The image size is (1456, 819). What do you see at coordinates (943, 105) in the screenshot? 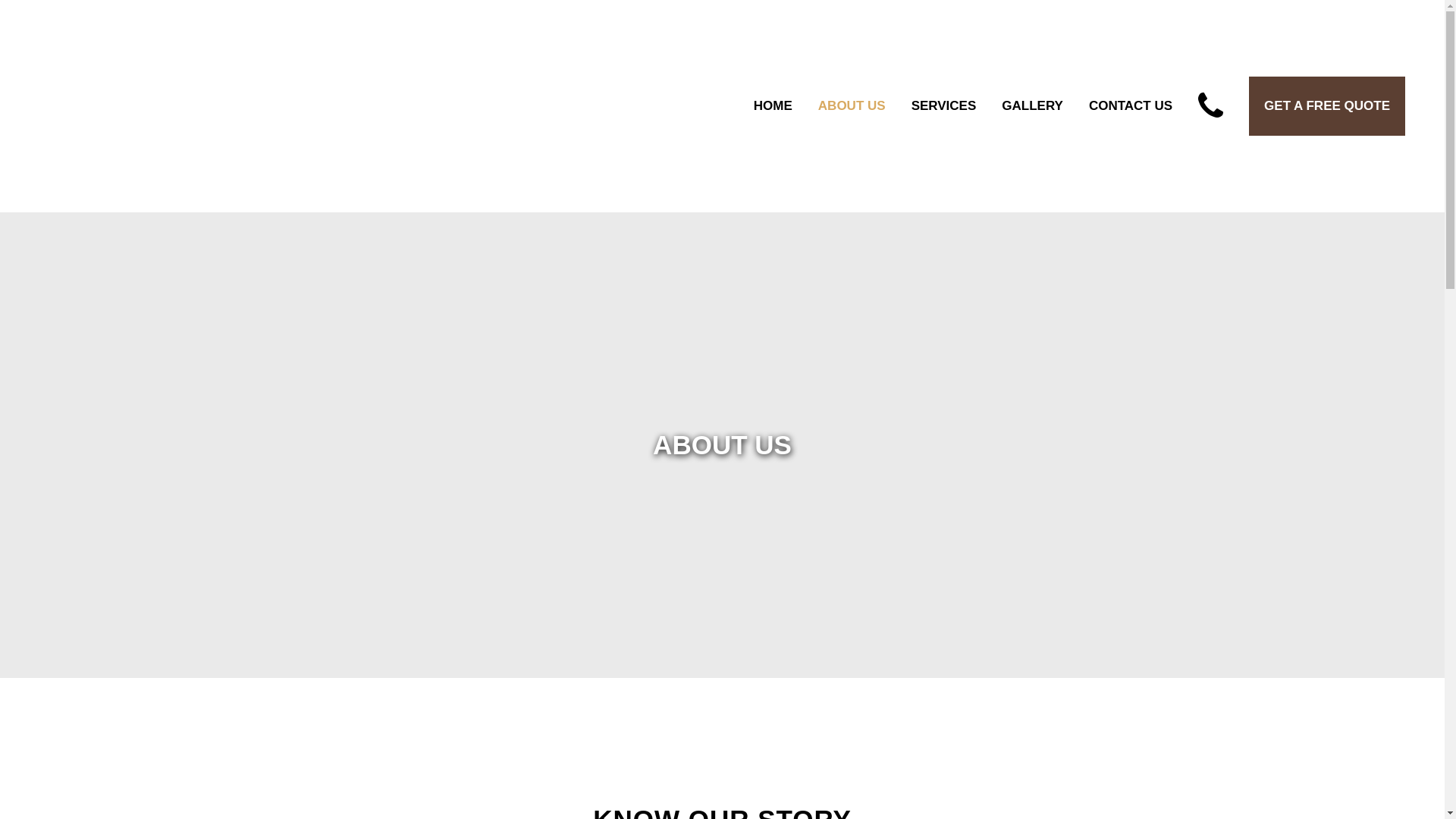
I see `'SERVICES'` at bounding box center [943, 105].